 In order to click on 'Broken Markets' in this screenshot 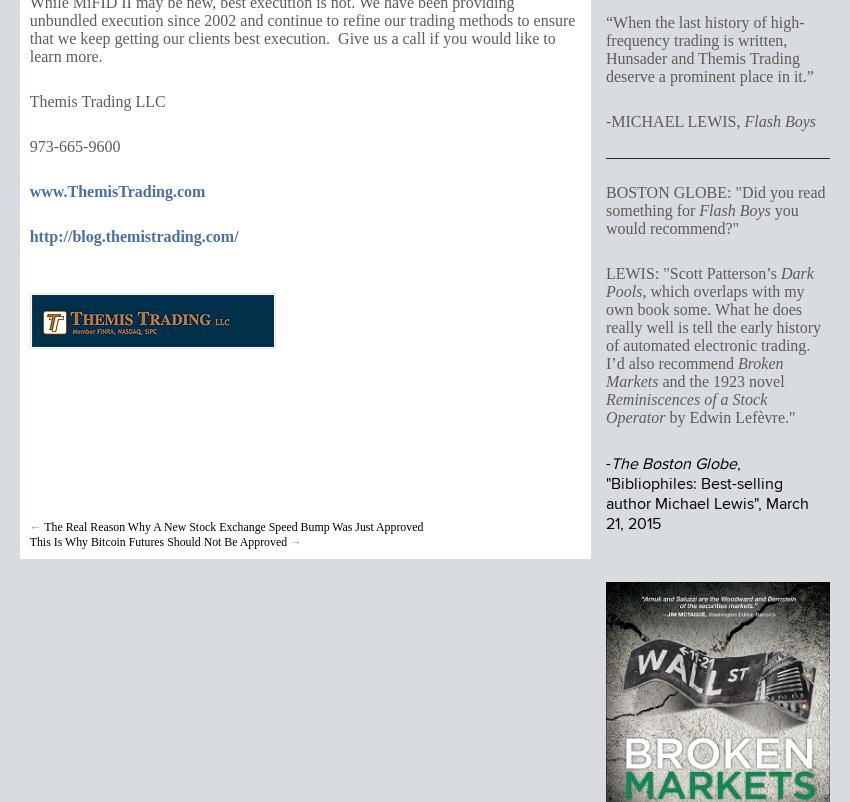, I will do `click(693, 371)`.